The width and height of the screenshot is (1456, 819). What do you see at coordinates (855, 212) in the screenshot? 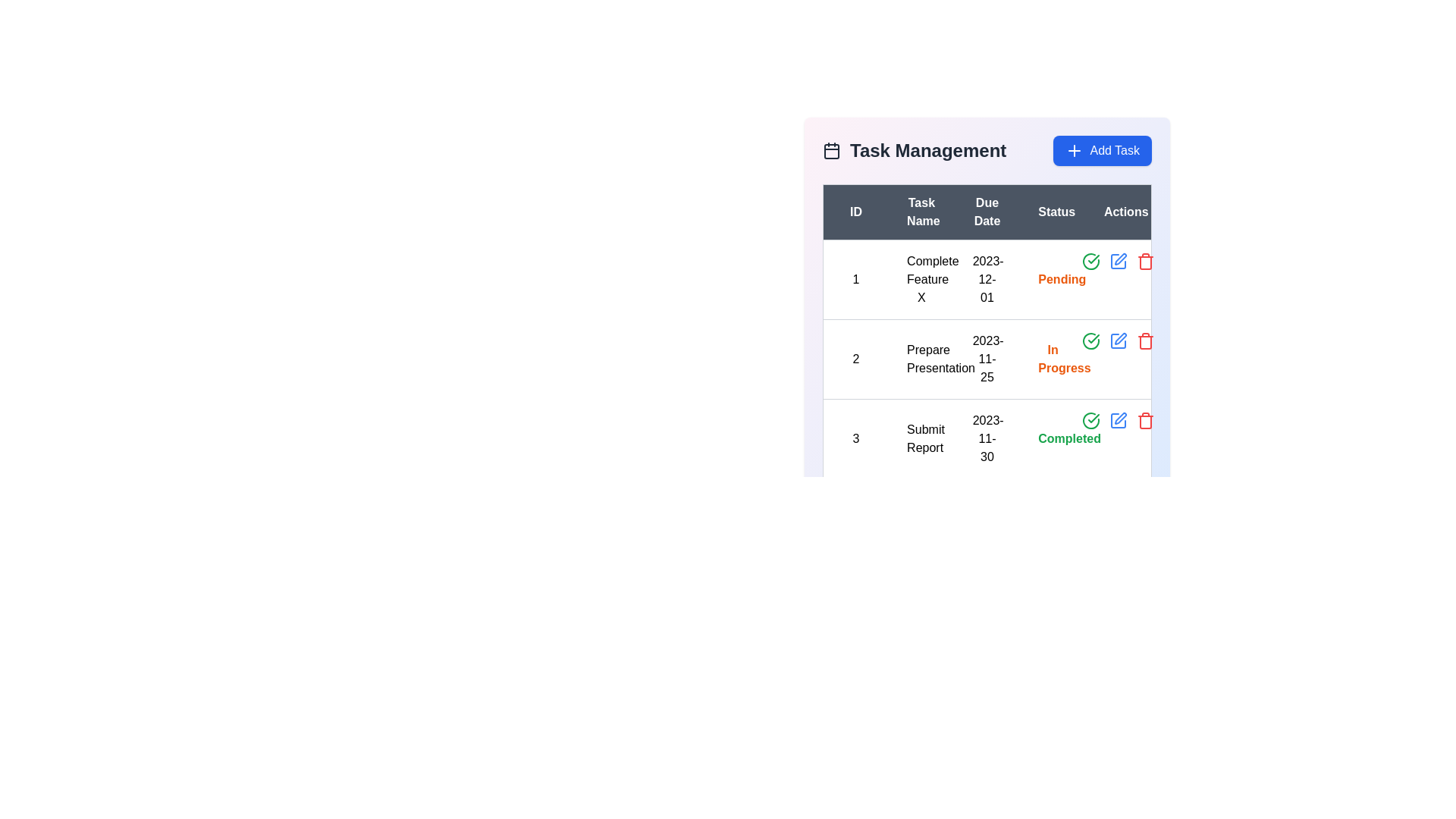
I see `the Table Header located in the first cell of the header row, which indicates the column contains unique identifiers for tasks` at bounding box center [855, 212].